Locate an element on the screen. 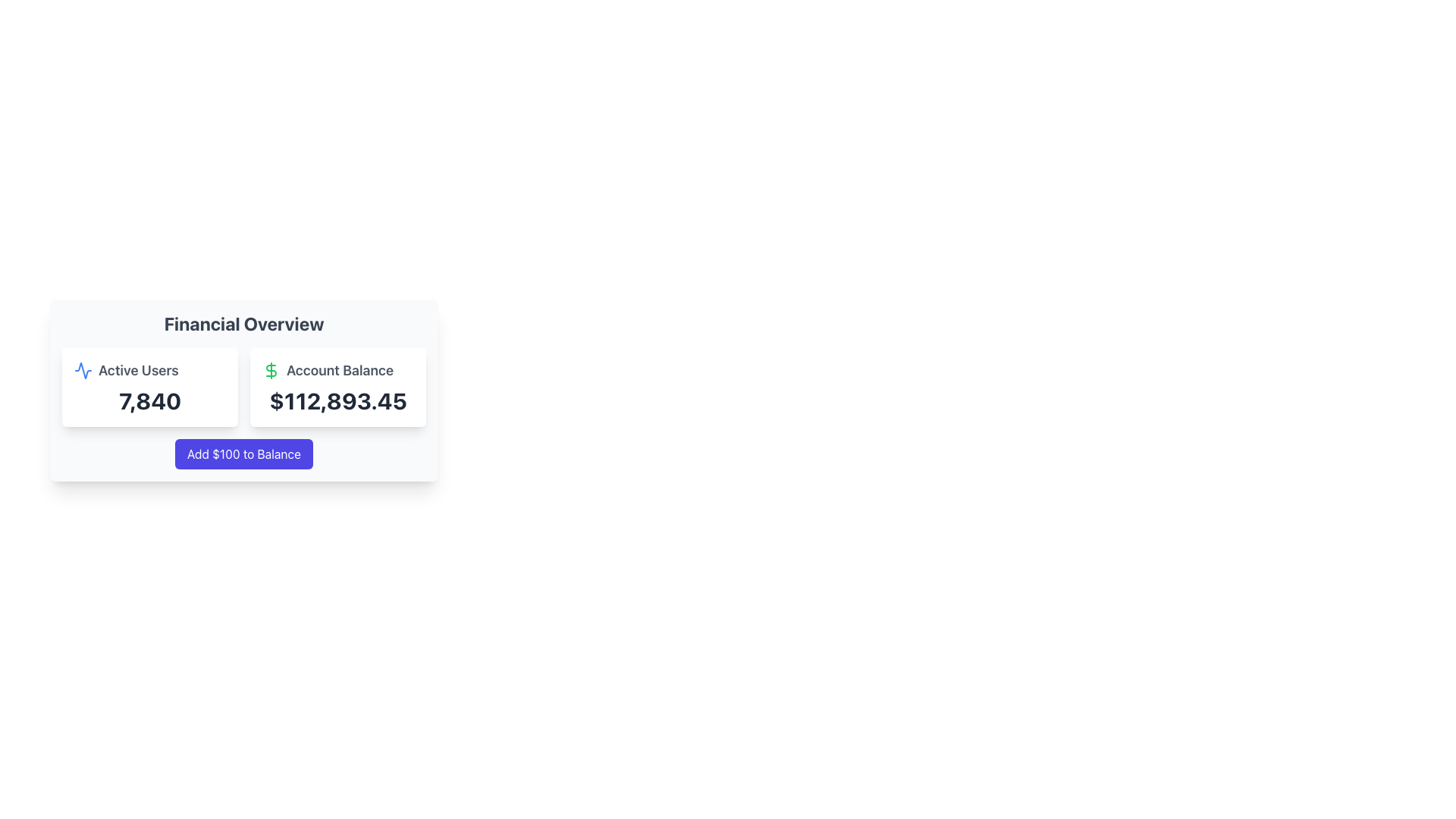  the dollar-sign icon with a green stroke located to the left of the 'Account Balance' text under the 'Financial Overview' heading is located at coordinates (271, 371).